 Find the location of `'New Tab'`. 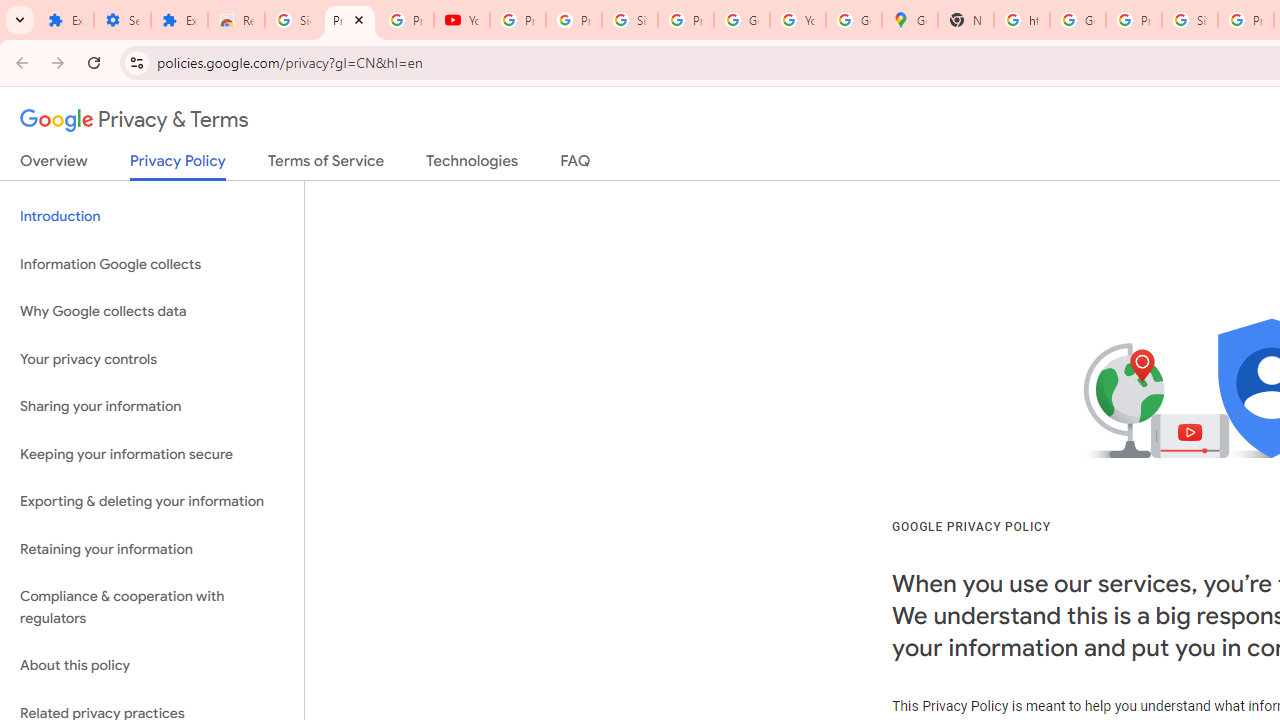

'New Tab' is located at coordinates (966, 20).